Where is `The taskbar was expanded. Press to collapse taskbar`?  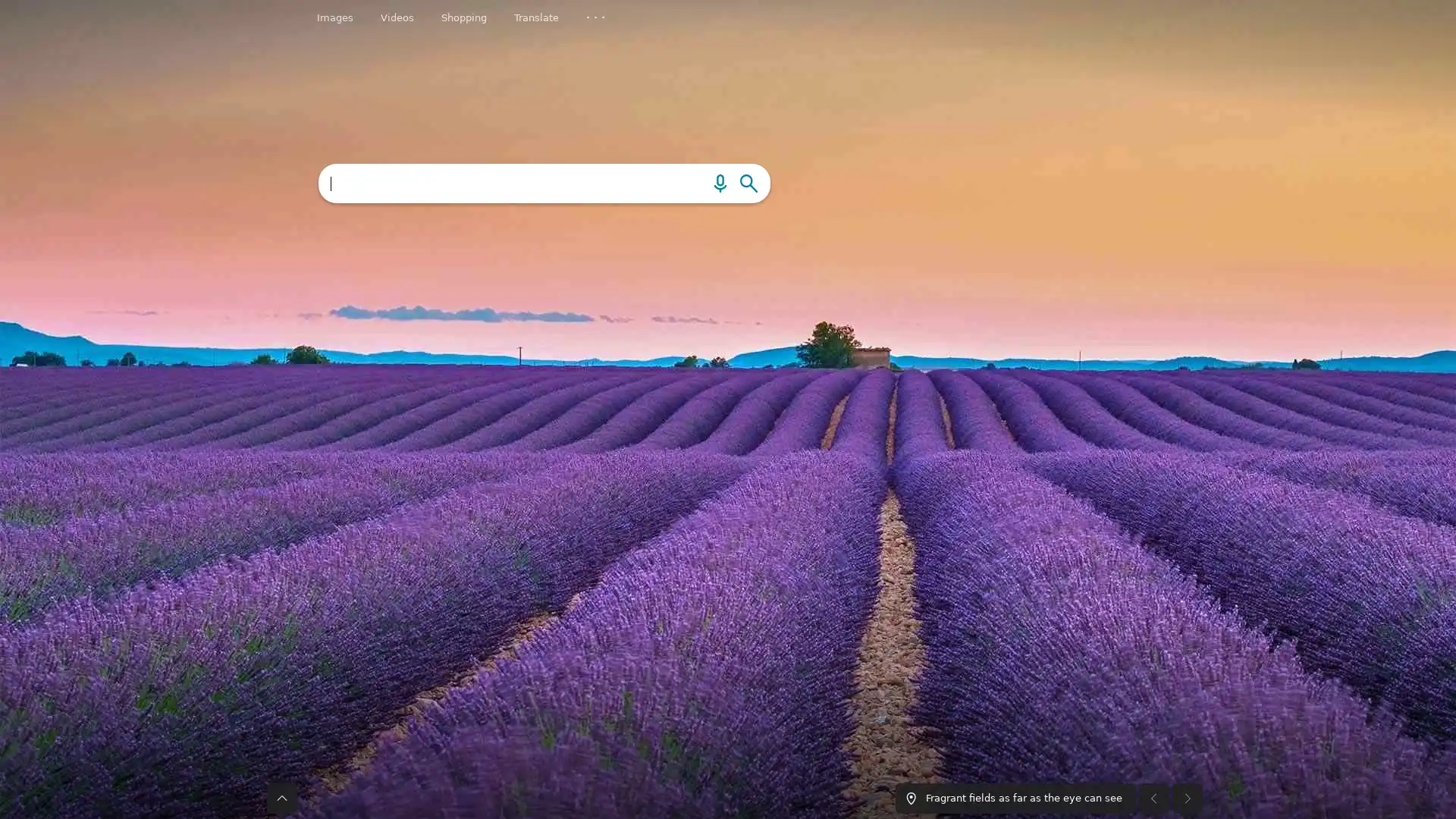 The taskbar was expanded. Press to collapse taskbar is located at coordinates (281, 590).